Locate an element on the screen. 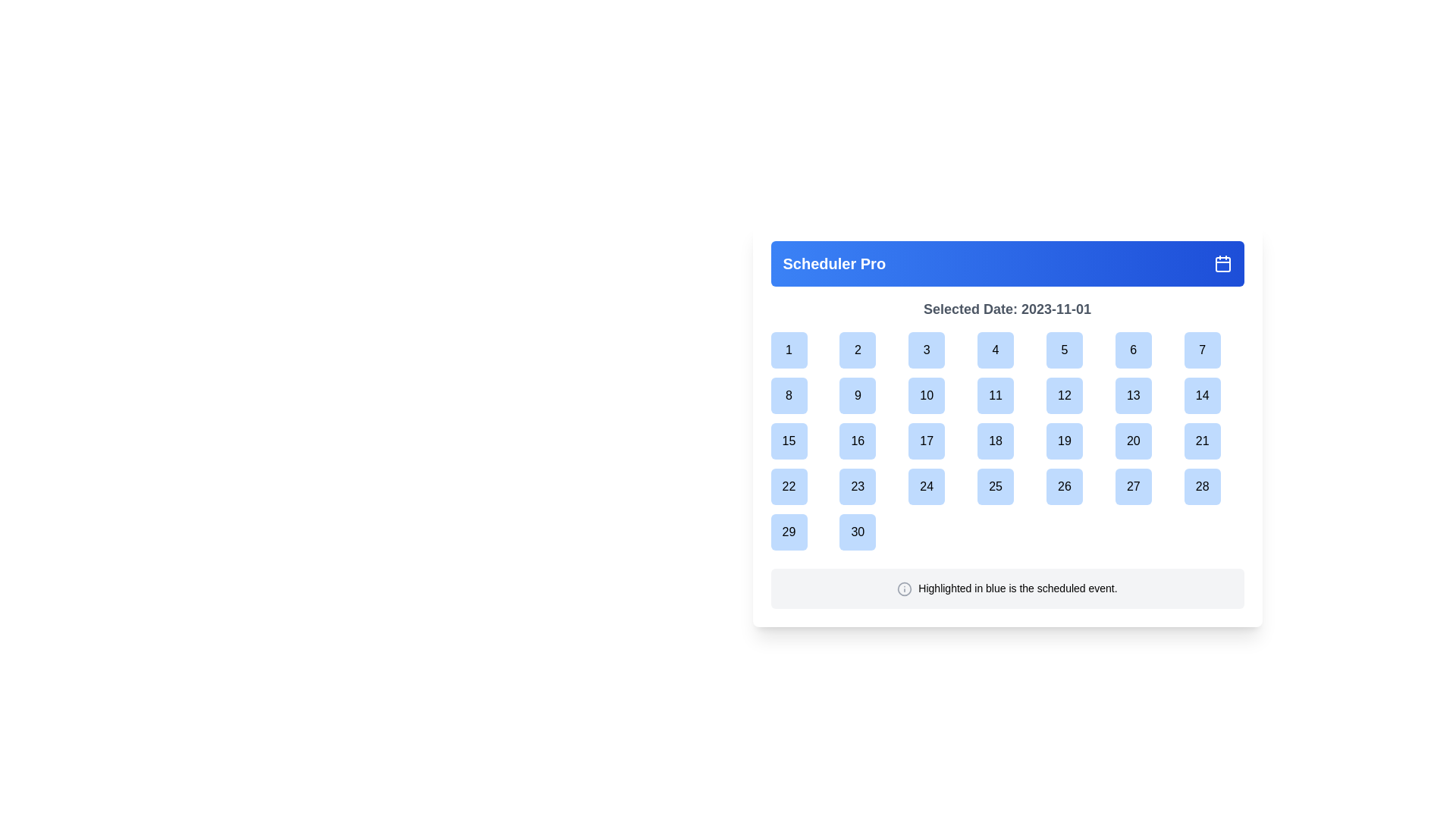  the blue interactive calendar day box displaying the number '18' is located at coordinates (1007, 441).